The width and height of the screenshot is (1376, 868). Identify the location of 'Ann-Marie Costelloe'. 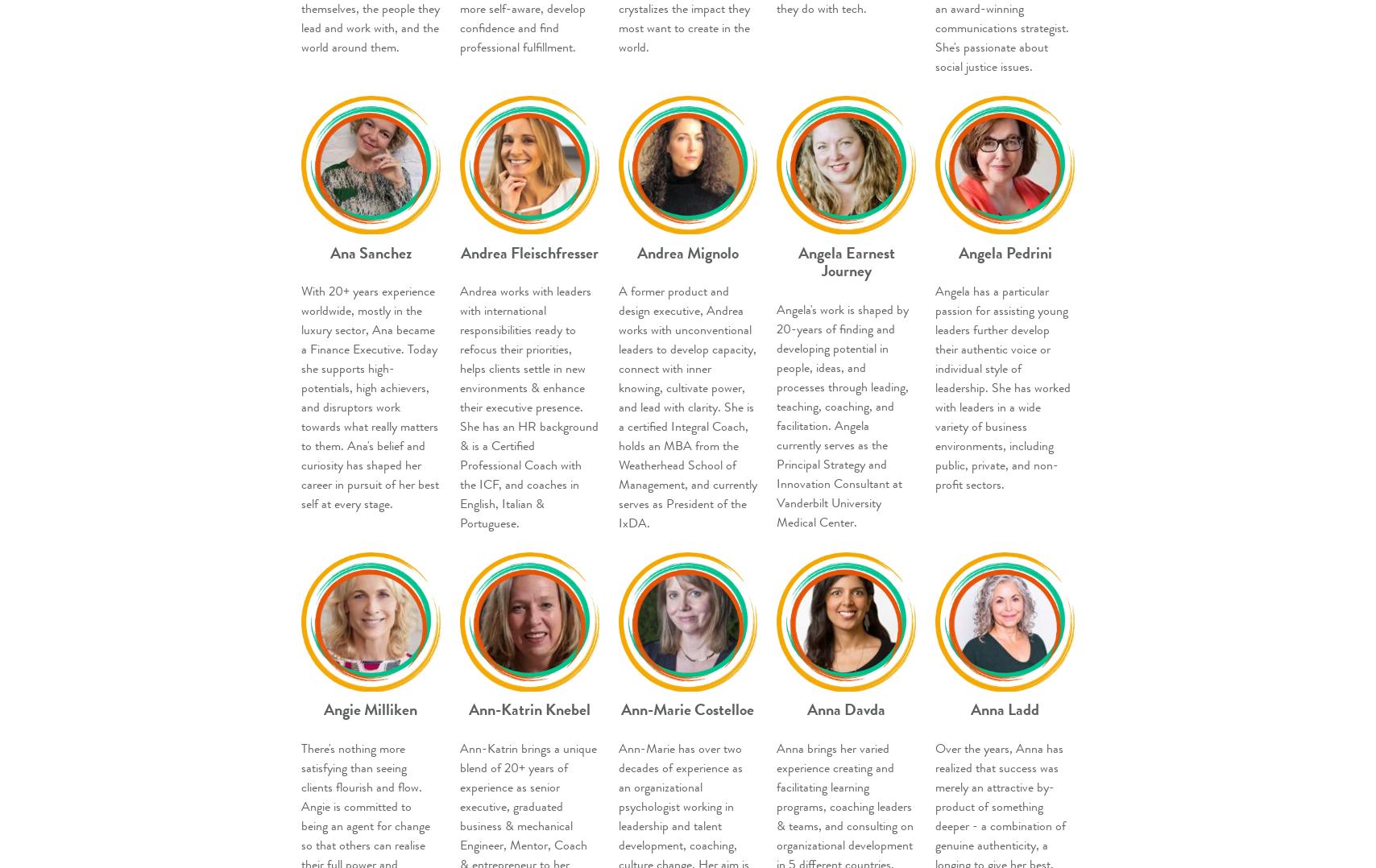
(687, 709).